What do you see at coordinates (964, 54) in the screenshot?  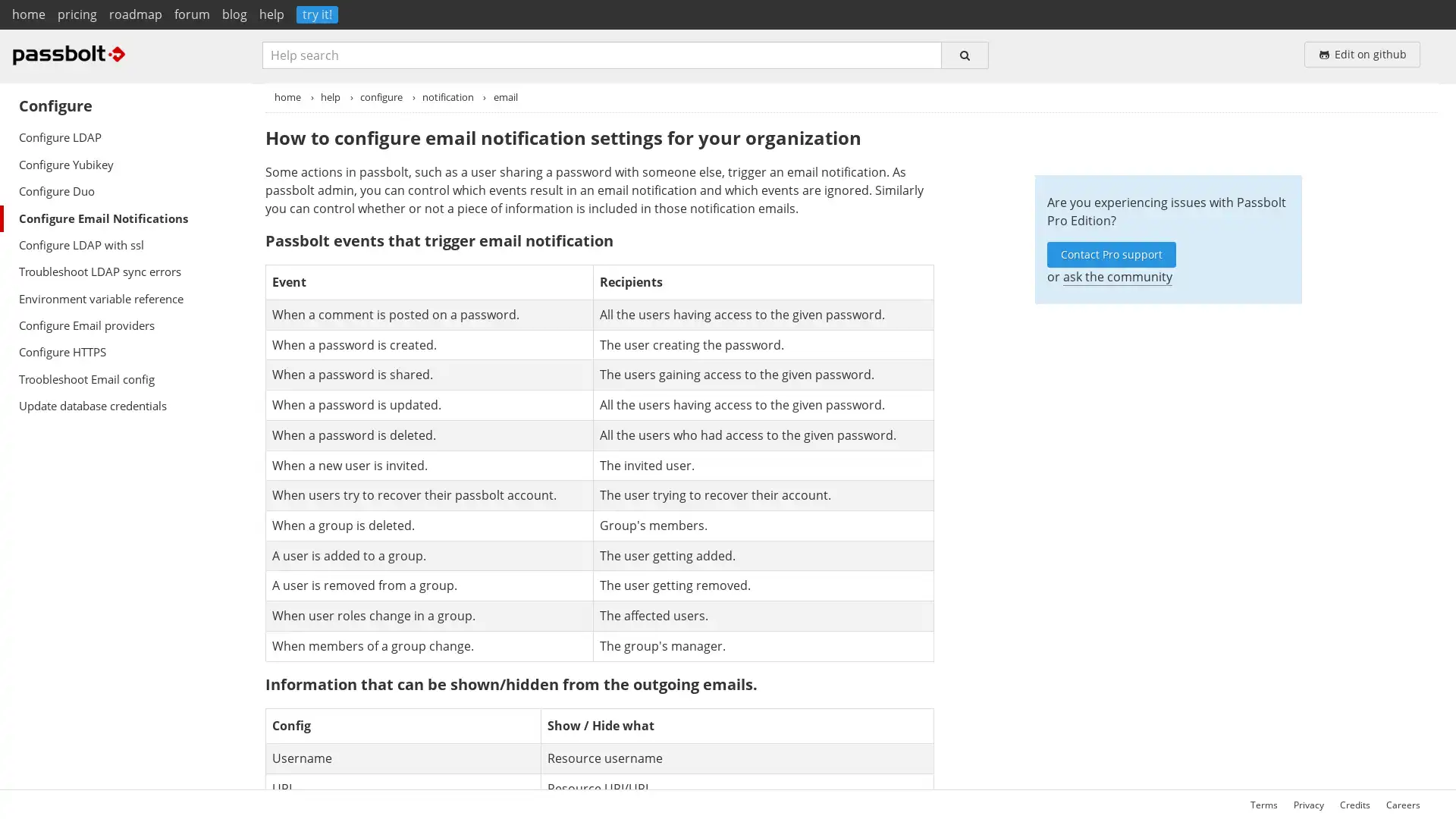 I see `search` at bounding box center [964, 54].